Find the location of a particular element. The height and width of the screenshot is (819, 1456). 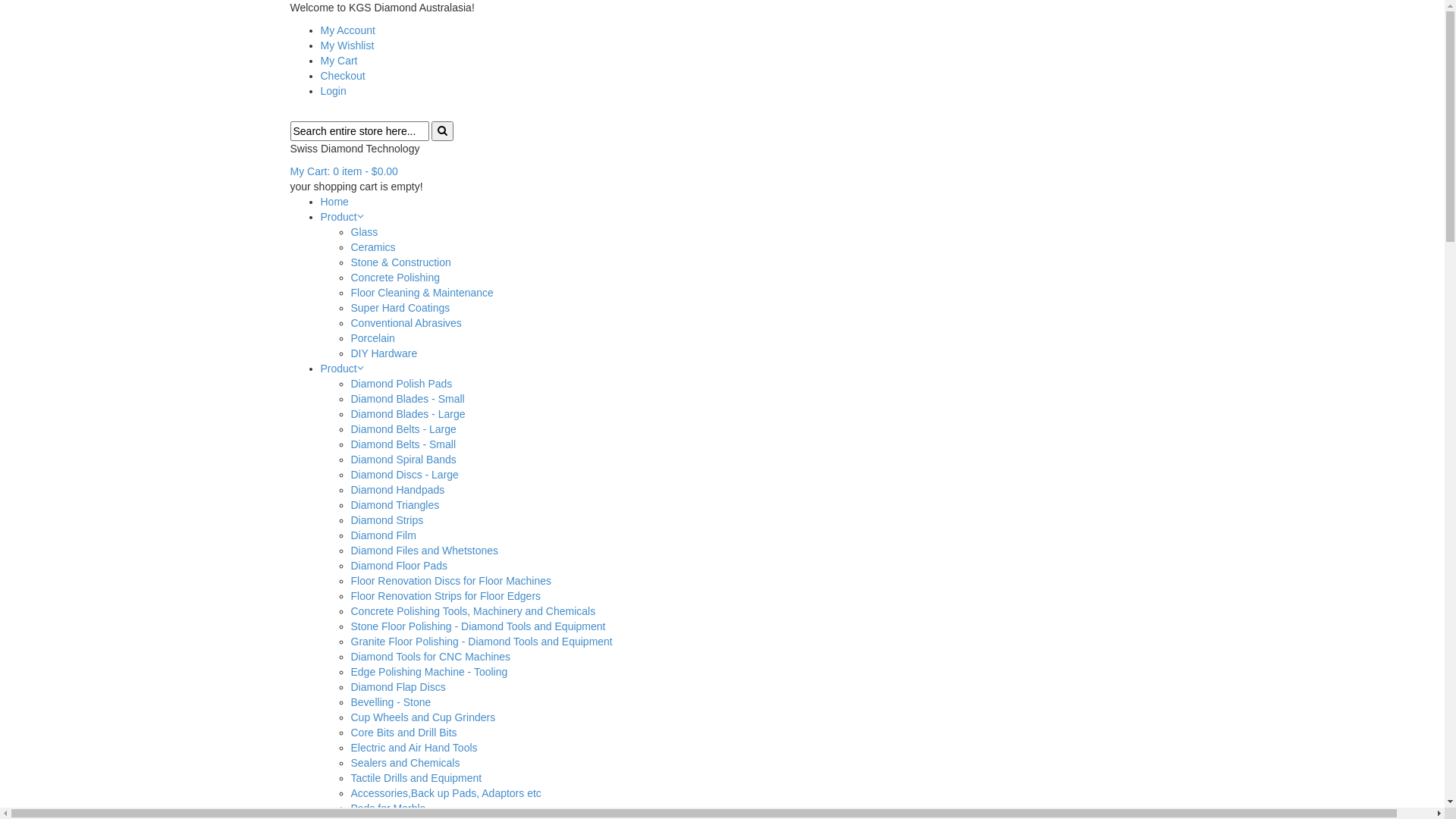

'Pads for Marble' is located at coordinates (388, 807).